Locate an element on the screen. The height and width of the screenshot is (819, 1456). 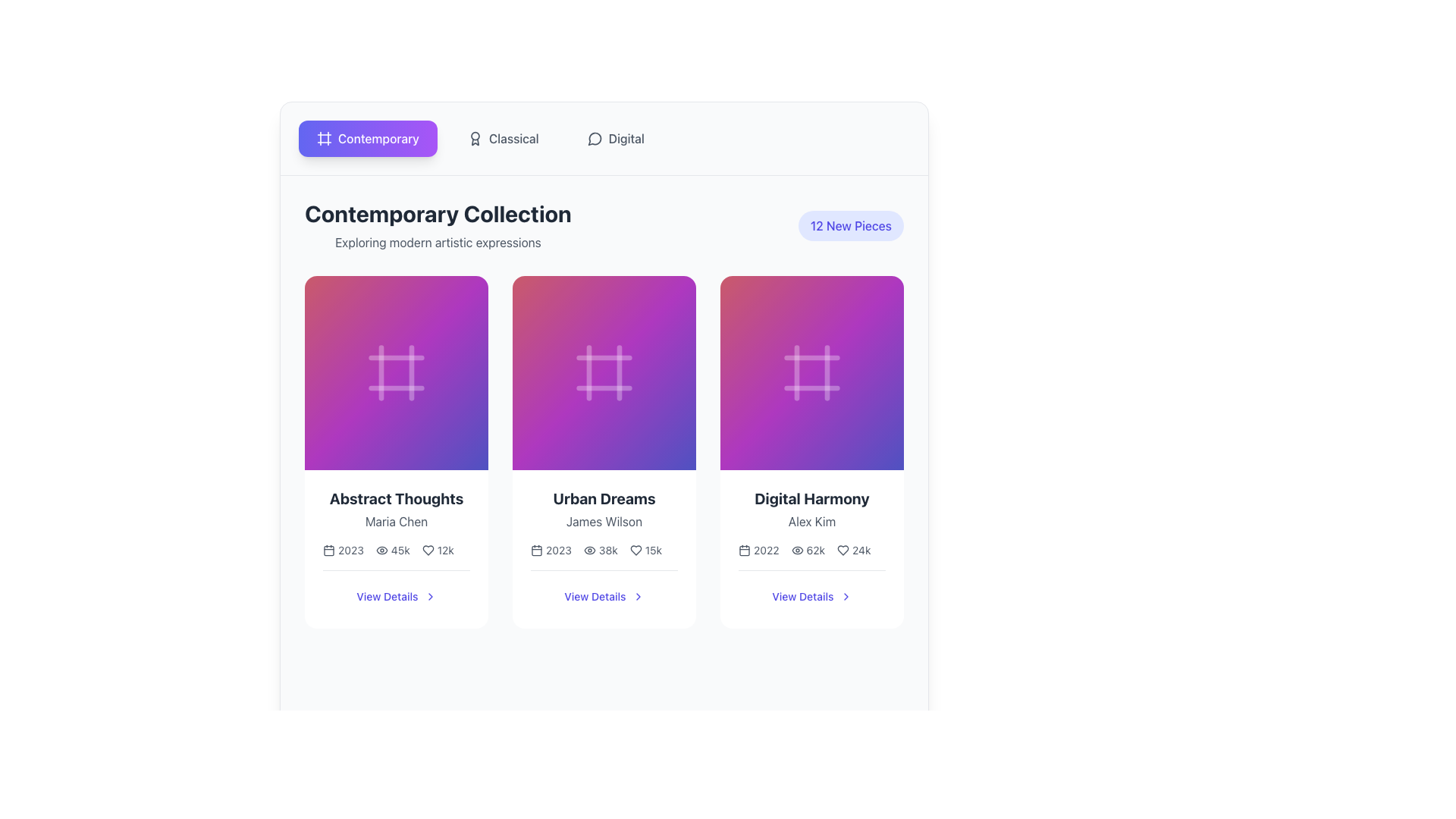
the 'View Details' button, which is styled in bold blue font and includes a right-pointing chevron icon, located at the bottom of the 'Urban Dreams' card is located at coordinates (603, 589).